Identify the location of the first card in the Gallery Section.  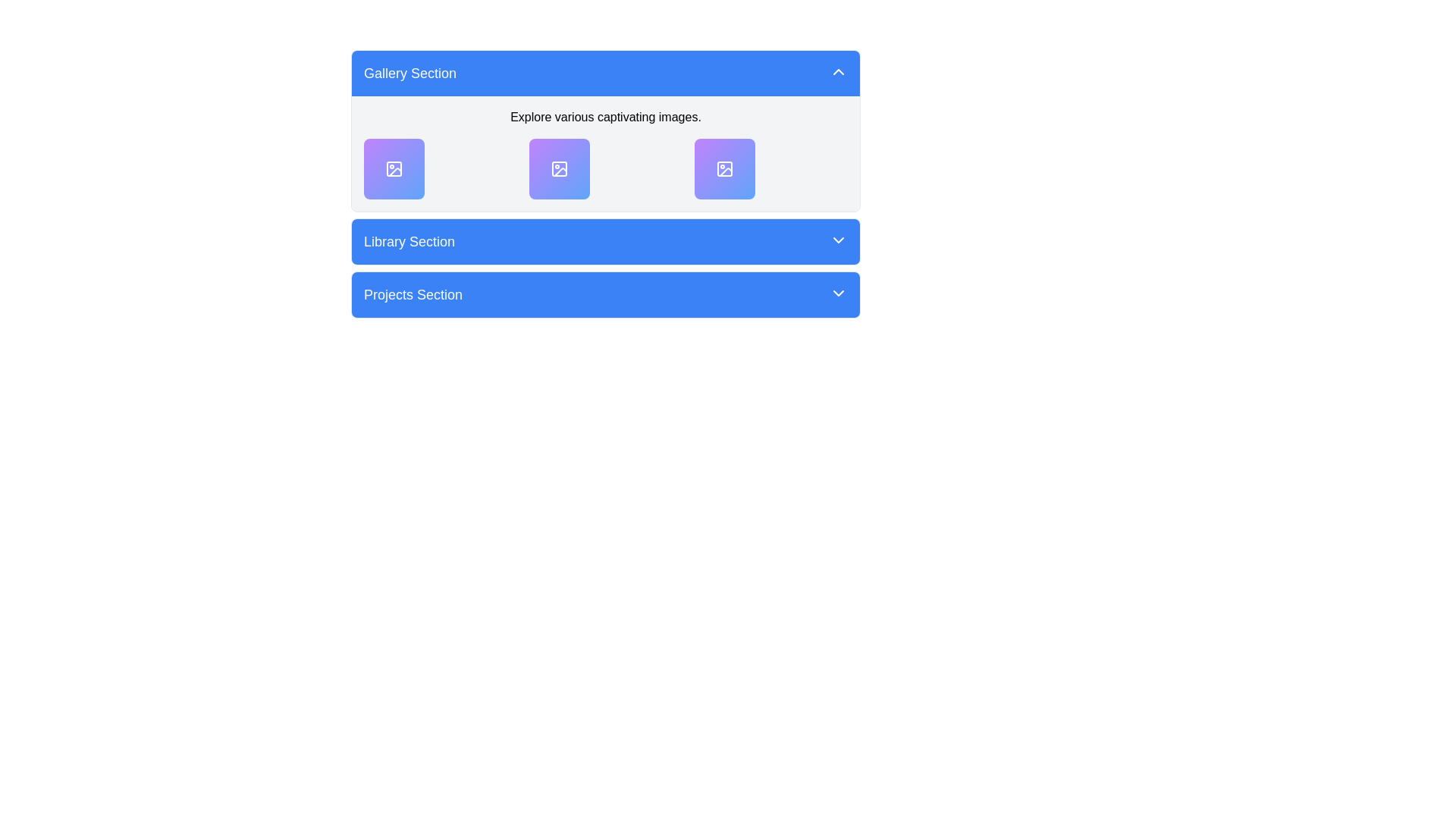
(394, 169).